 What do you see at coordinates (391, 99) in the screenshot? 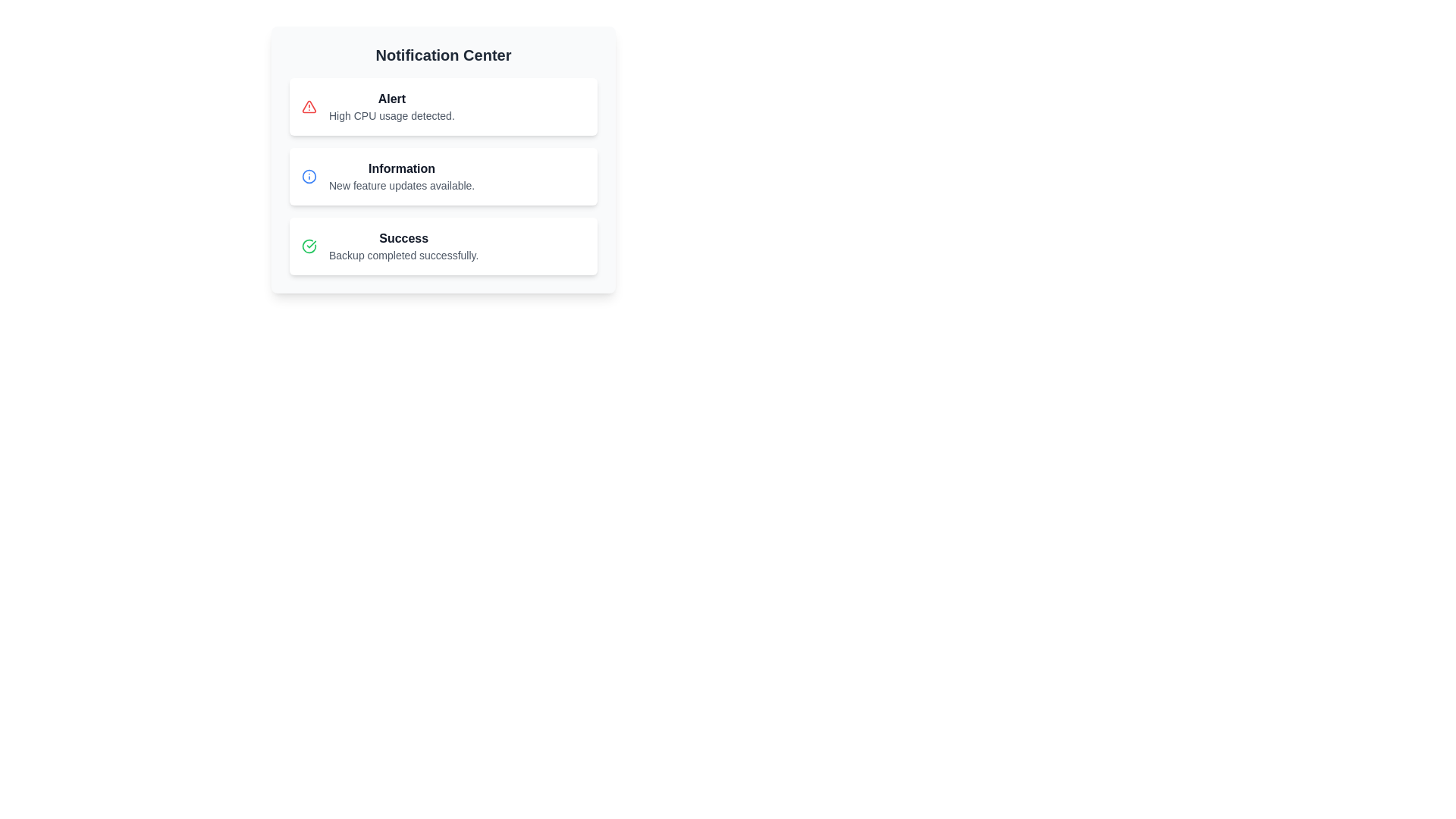
I see `the 'Alert' text label which is the title of the first notification card in the Notification Center, located above the descriptive text 'High CPU usage detected.'` at bounding box center [391, 99].